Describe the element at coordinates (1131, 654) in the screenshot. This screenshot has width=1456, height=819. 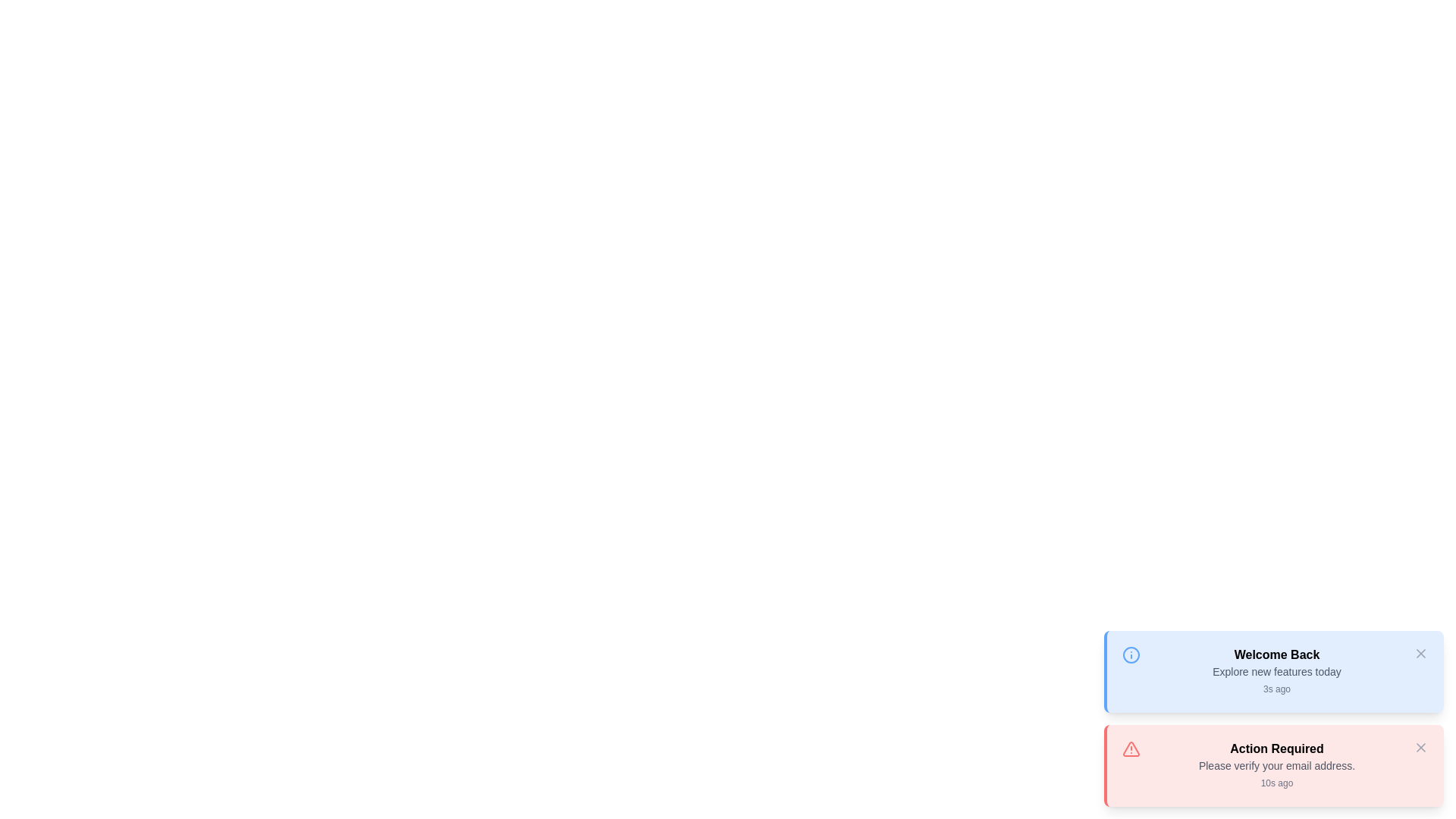
I see `the icon representing the message type for the 'Welcome Back' message` at that location.